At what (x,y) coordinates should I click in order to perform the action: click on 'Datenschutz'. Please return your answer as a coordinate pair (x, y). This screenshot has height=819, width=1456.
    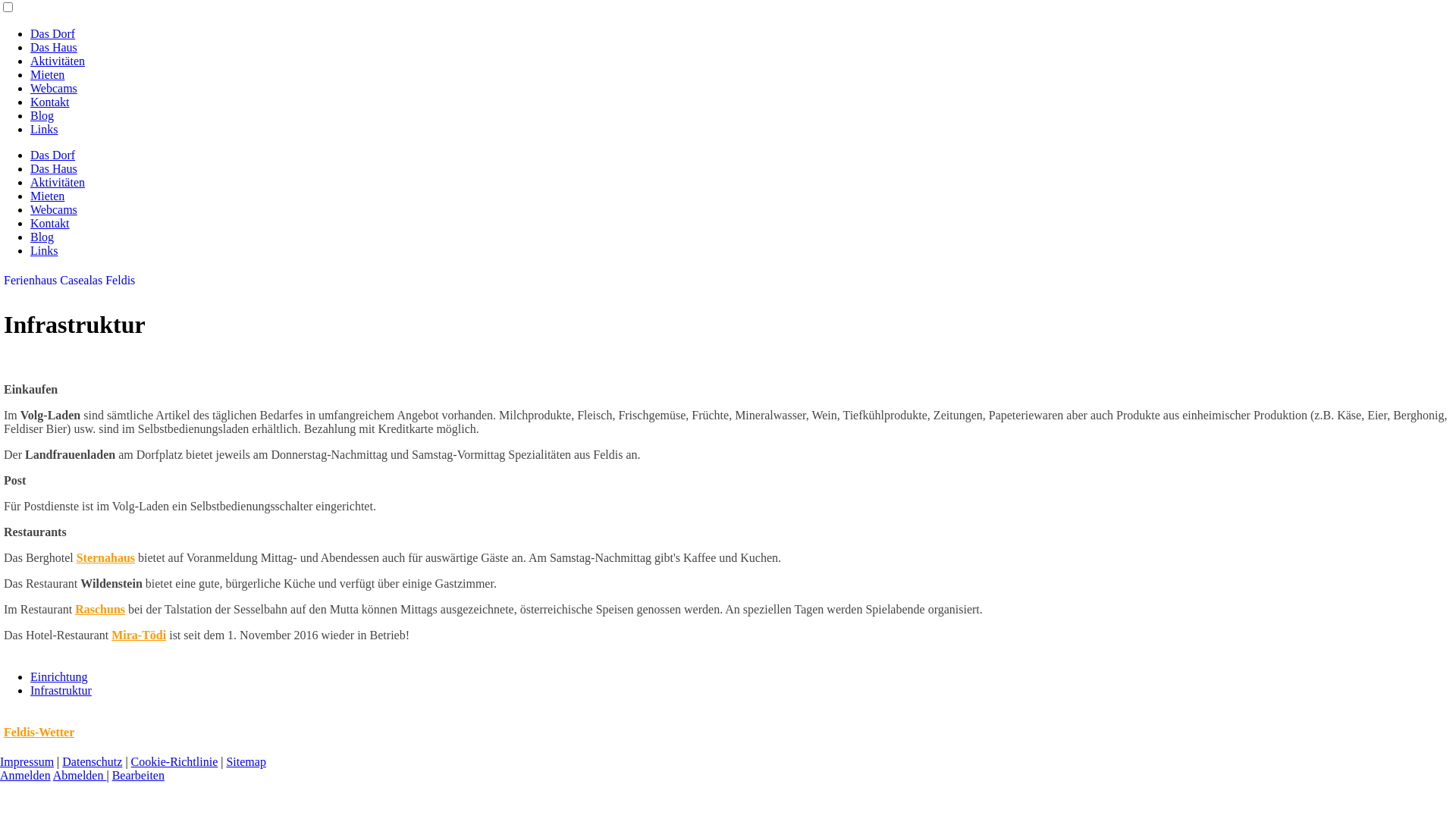
    Looking at the image, I should click on (91, 761).